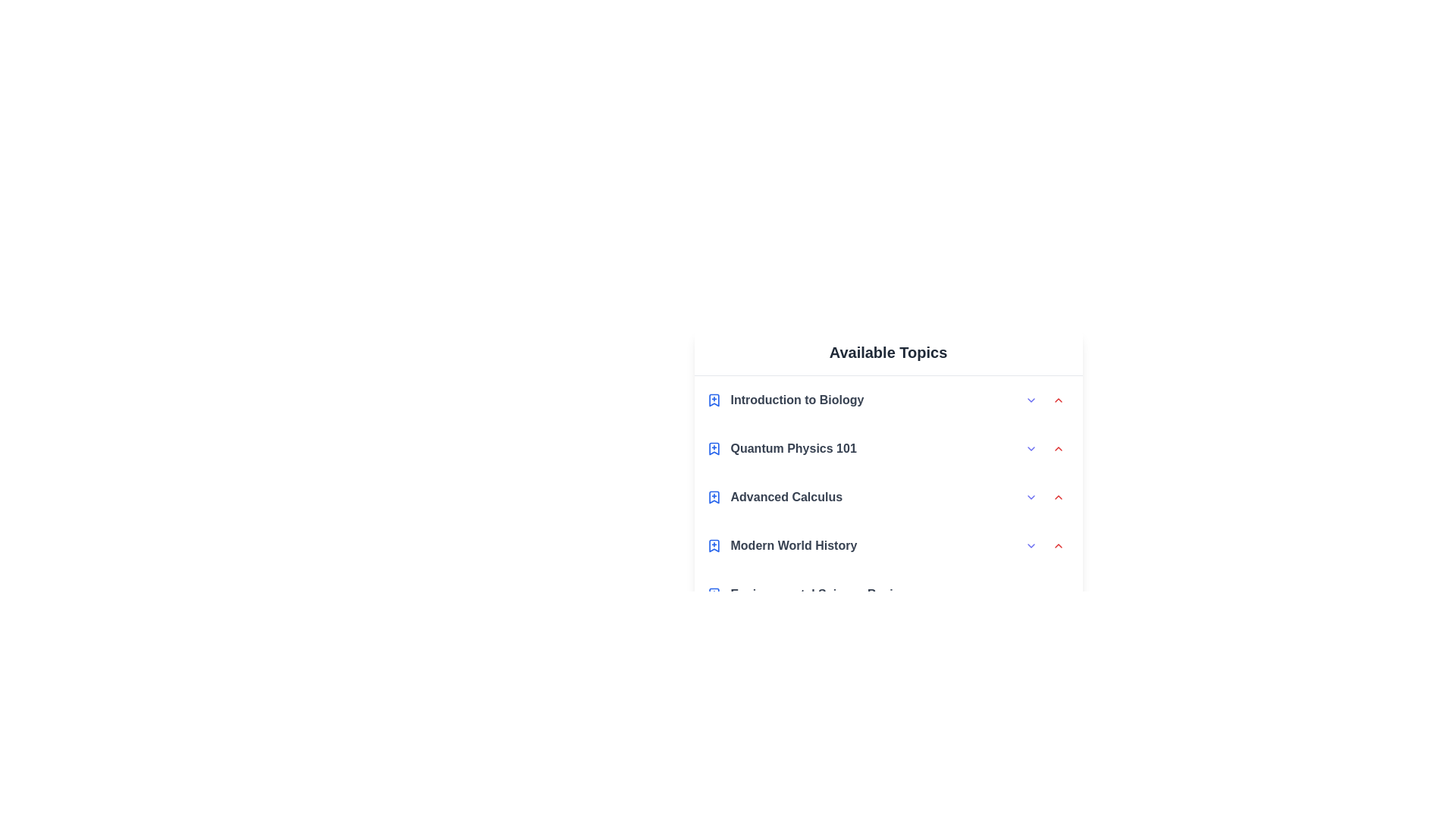 The image size is (1456, 819). Describe the element at coordinates (1031, 546) in the screenshot. I see `the expand arrow for the topic Modern World History` at that location.